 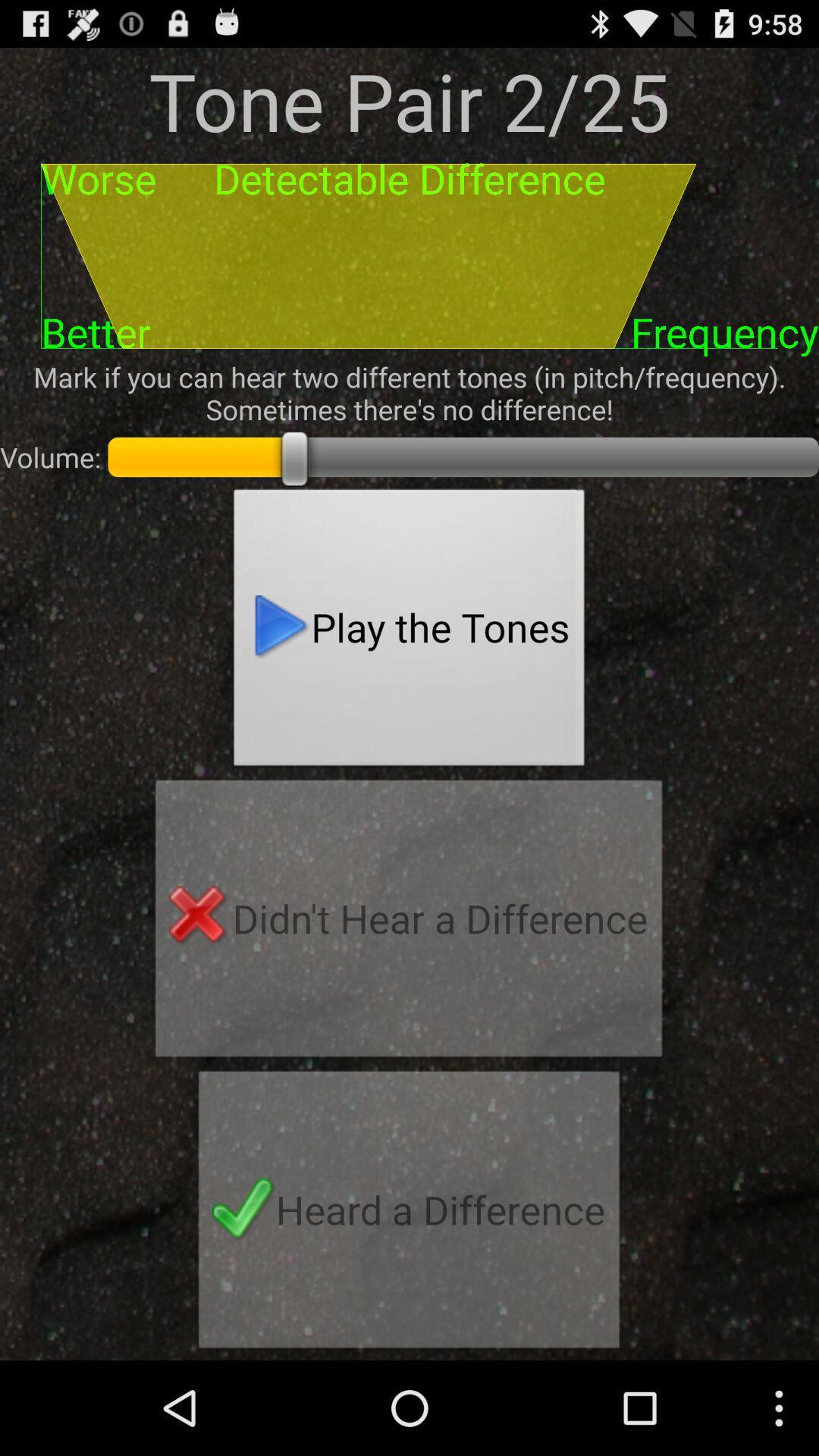 I want to click on the button above heard a difference, so click(x=408, y=922).